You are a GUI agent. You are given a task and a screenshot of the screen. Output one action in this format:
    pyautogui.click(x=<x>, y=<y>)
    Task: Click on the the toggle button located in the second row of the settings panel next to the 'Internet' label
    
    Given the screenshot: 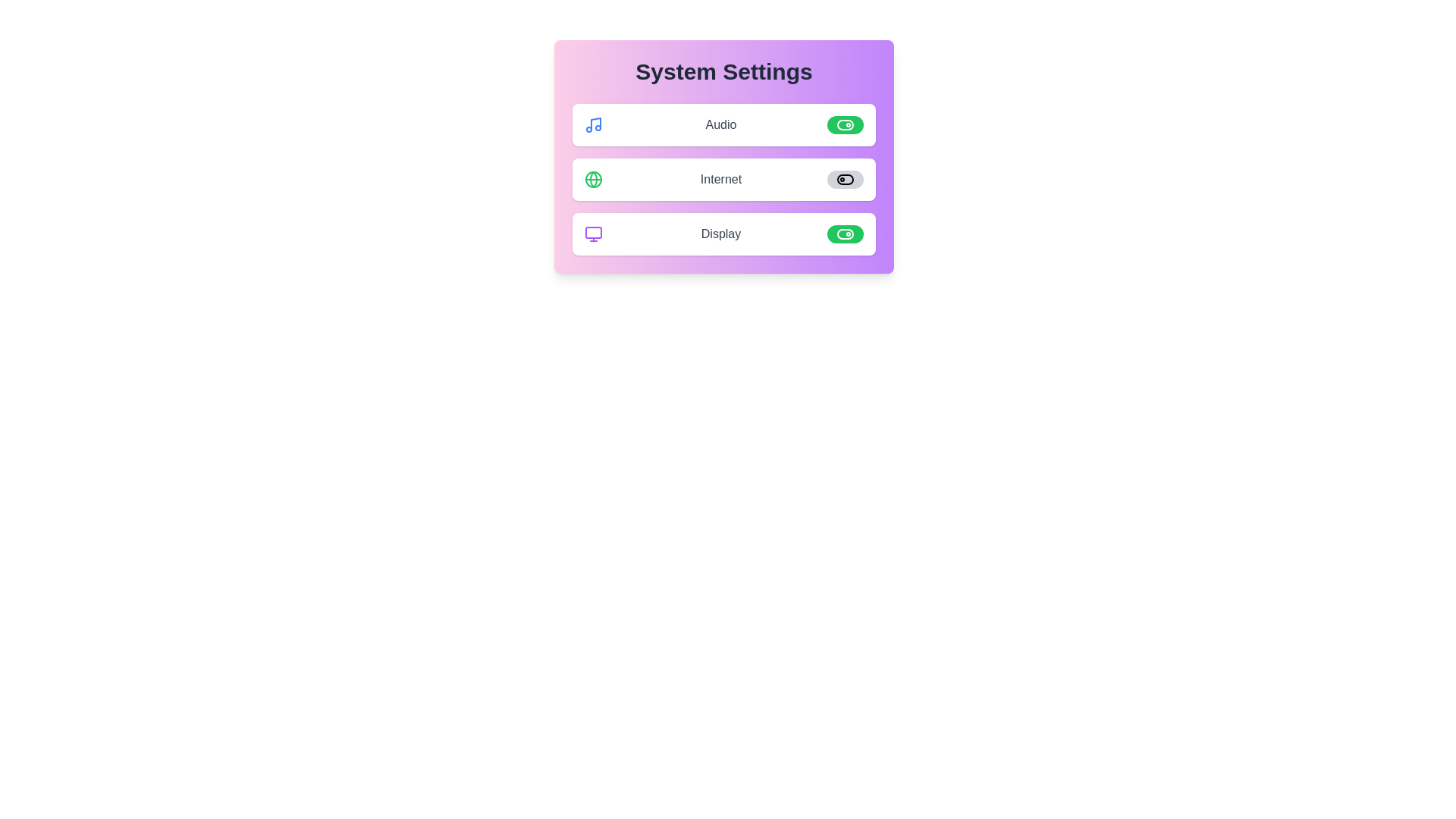 What is the action you would take?
    pyautogui.click(x=844, y=178)
    